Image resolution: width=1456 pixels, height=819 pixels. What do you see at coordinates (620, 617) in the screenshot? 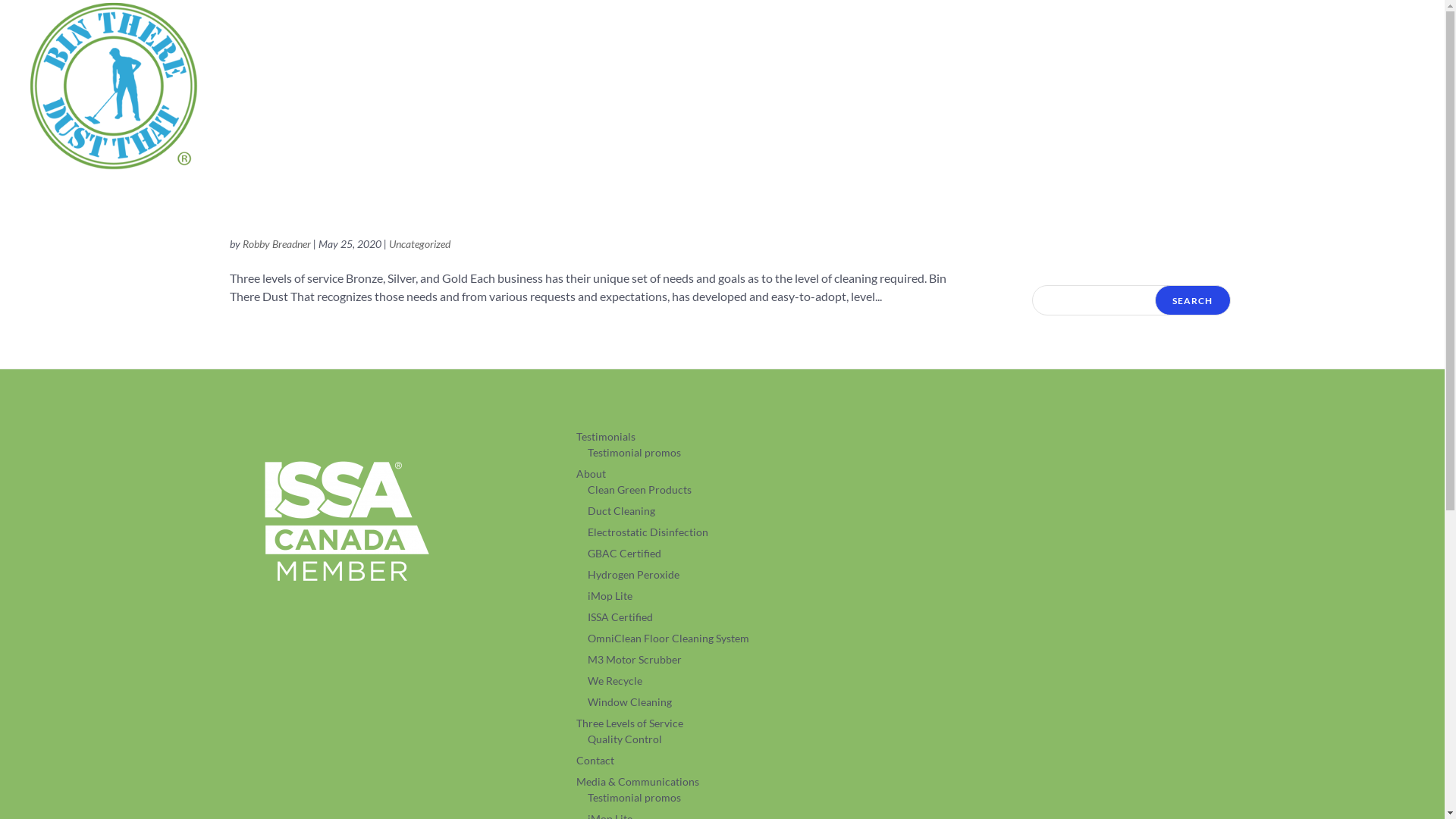
I see `'ISSA Certified'` at bounding box center [620, 617].